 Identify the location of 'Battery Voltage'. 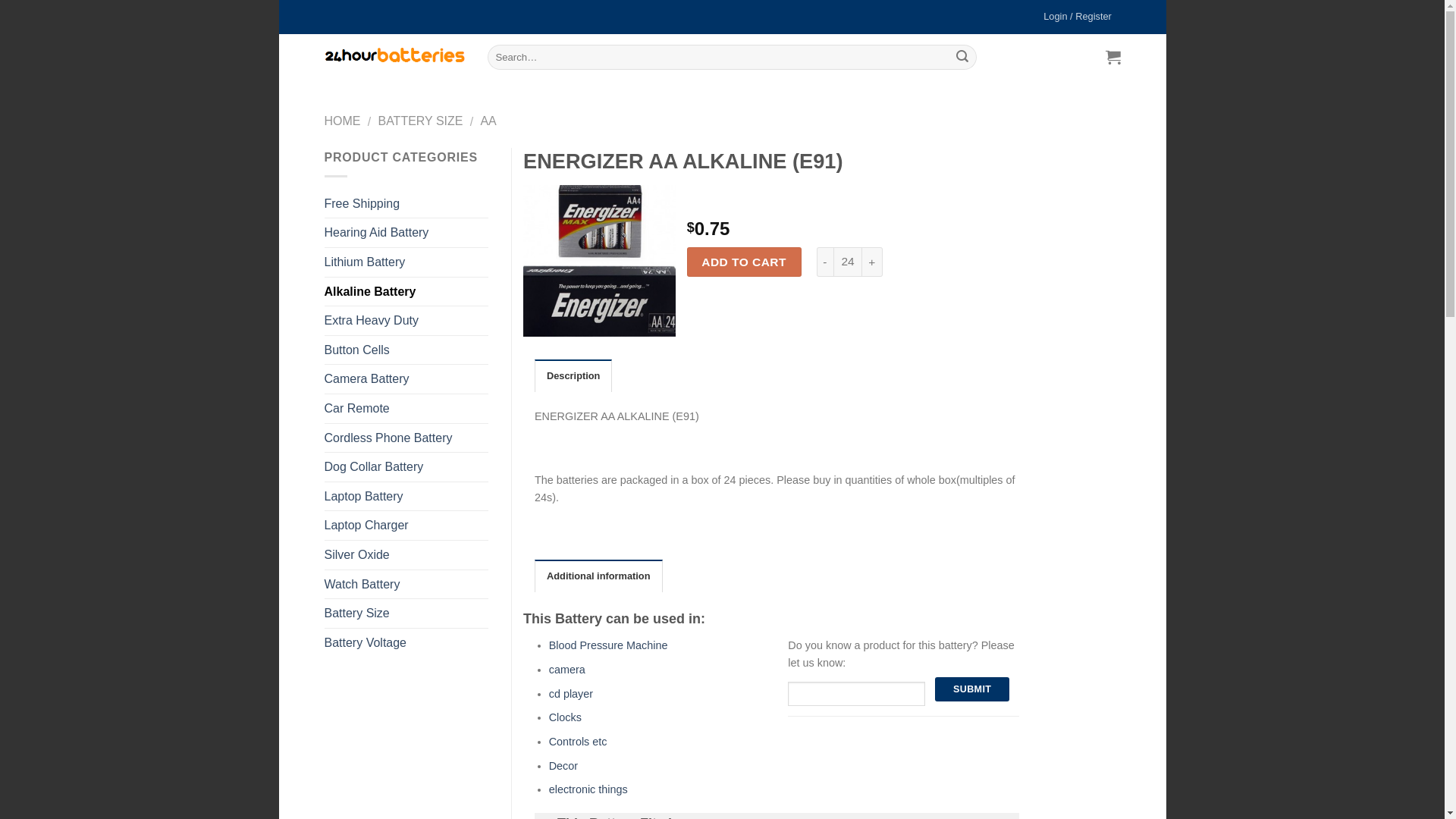
(406, 643).